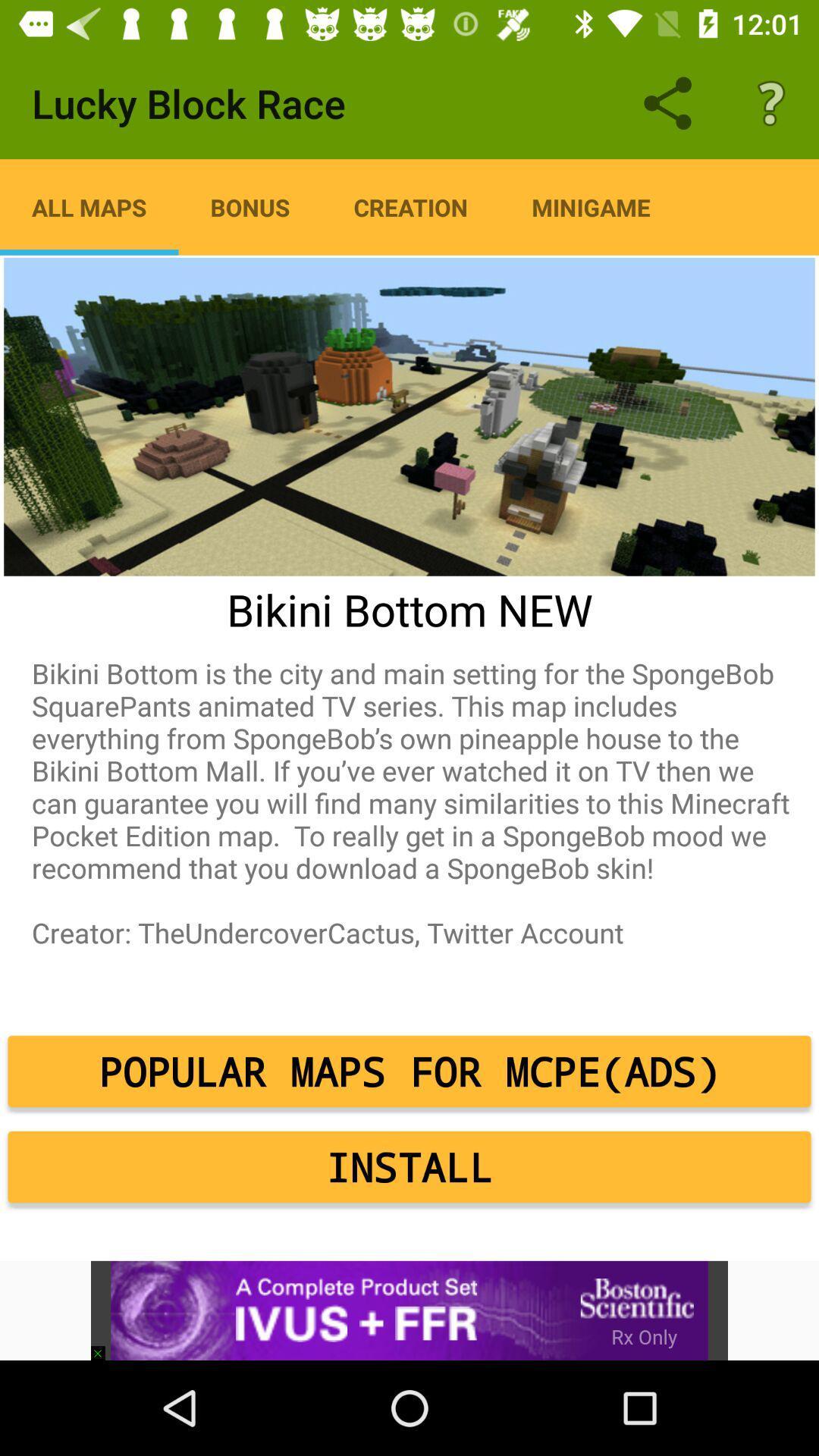 The height and width of the screenshot is (1456, 819). I want to click on item to the left of bonus icon, so click(89, 206).